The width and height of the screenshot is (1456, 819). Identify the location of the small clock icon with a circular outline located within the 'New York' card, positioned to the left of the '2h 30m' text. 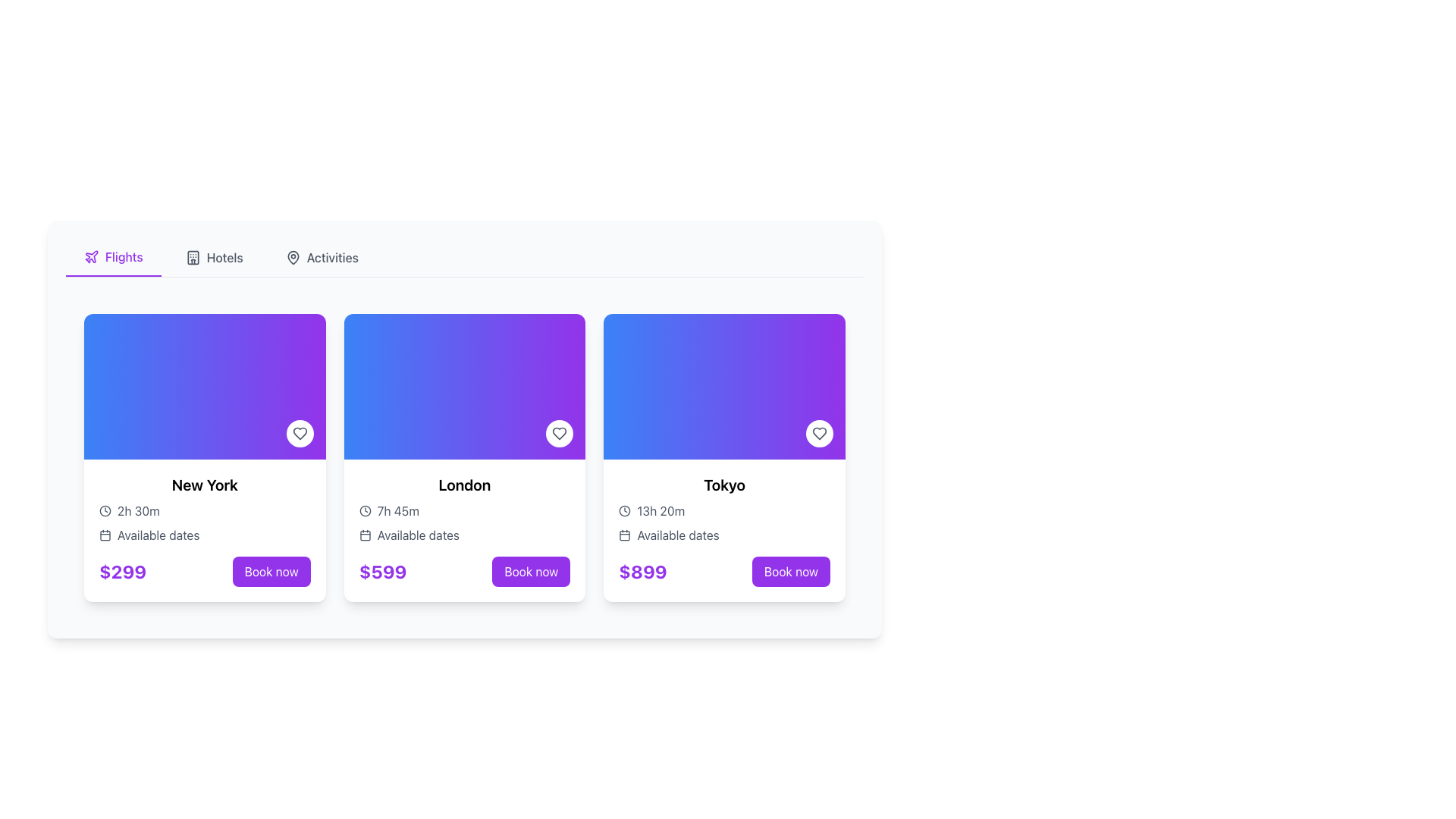
(105, 511).